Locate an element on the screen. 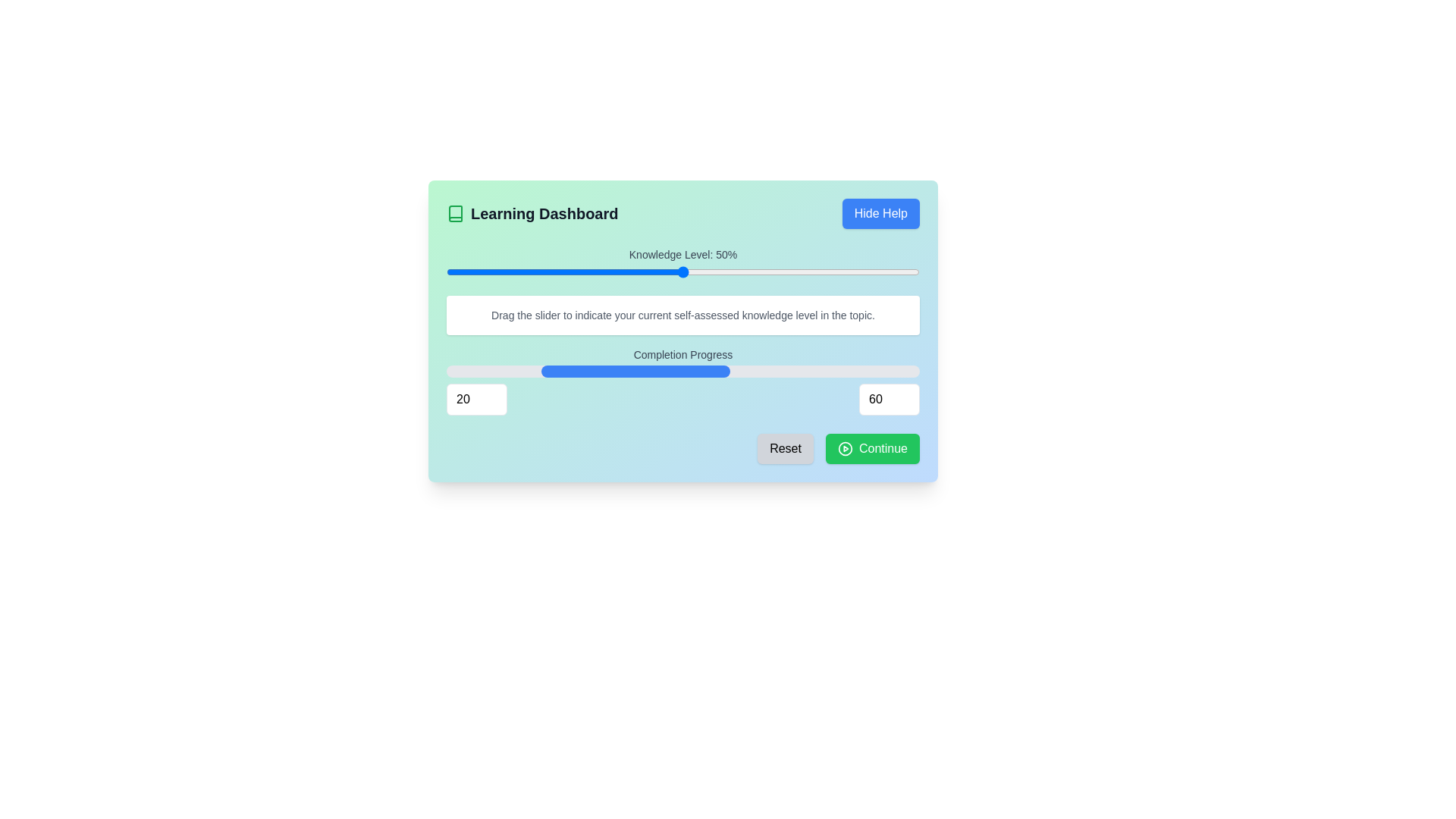 This screenshot has width=1456, height=819. the static text label that reads 'Knowledge Level: 50%', which is positioned centrally above a graphical slider component in the Learning Dashboard interface is located at coordinates (682, 253).